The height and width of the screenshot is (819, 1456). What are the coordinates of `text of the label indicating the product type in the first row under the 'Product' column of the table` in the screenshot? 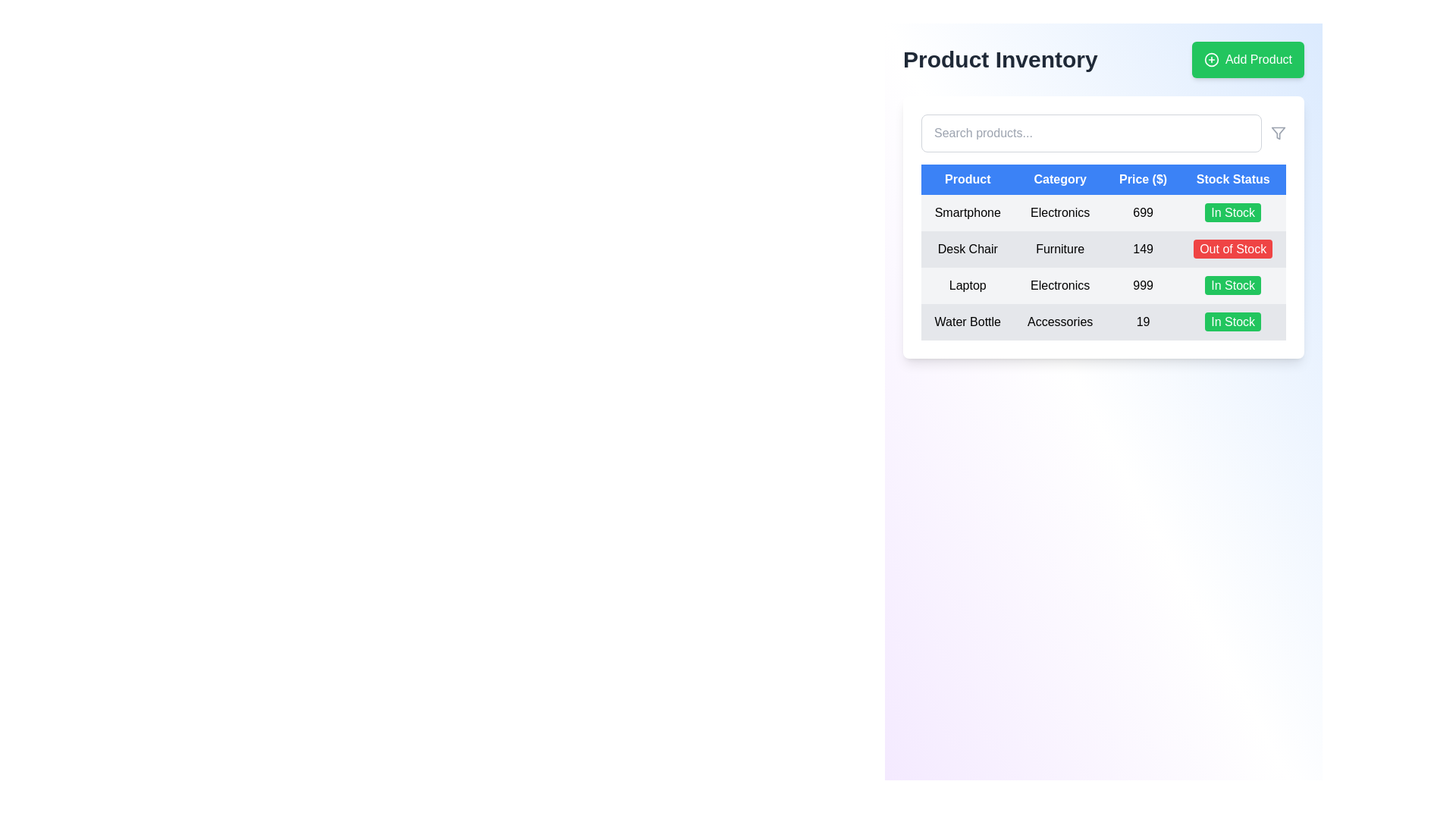 It's located at (967, 213).